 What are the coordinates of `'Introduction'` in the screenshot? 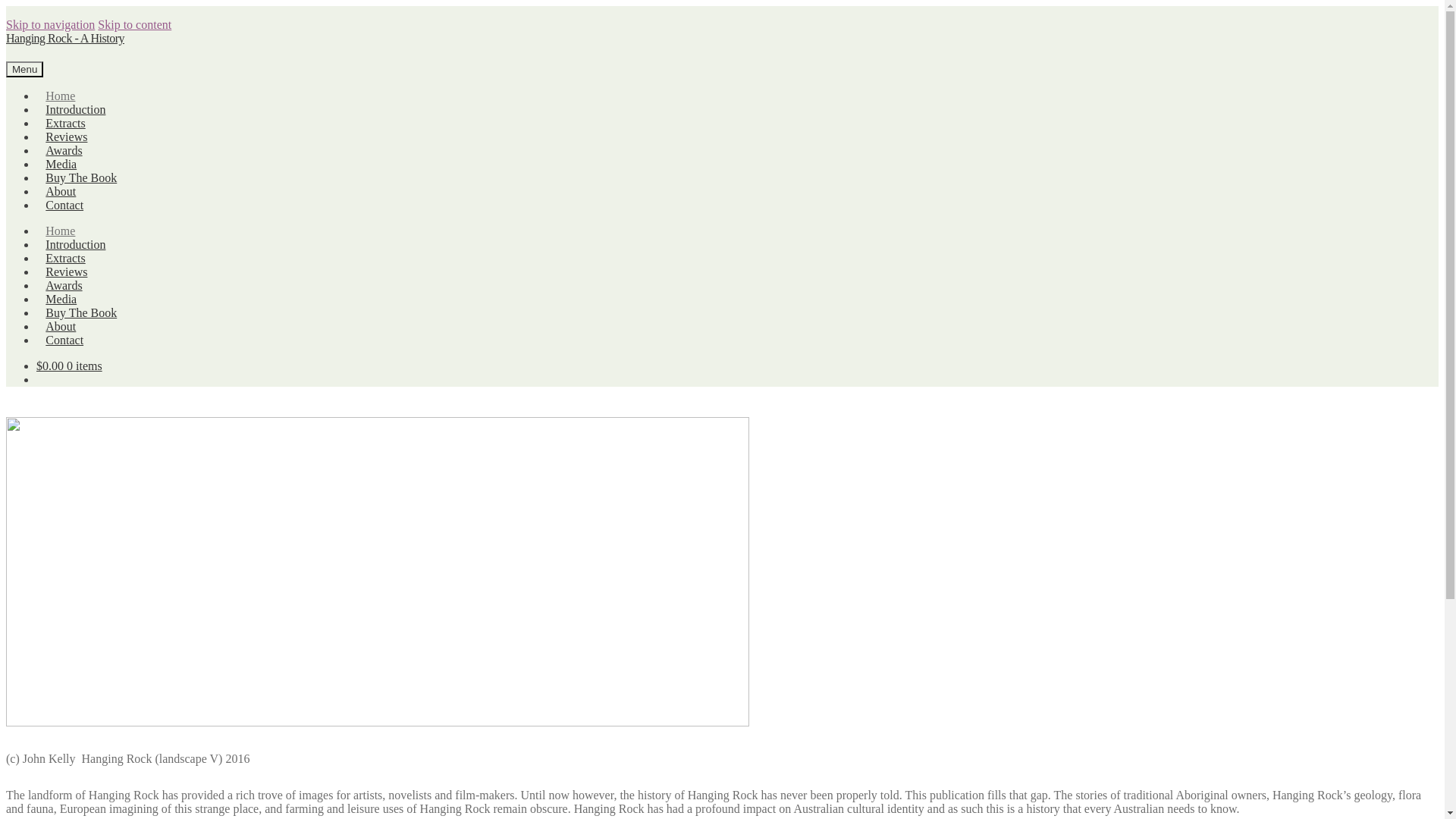 It's located at (75, 109).